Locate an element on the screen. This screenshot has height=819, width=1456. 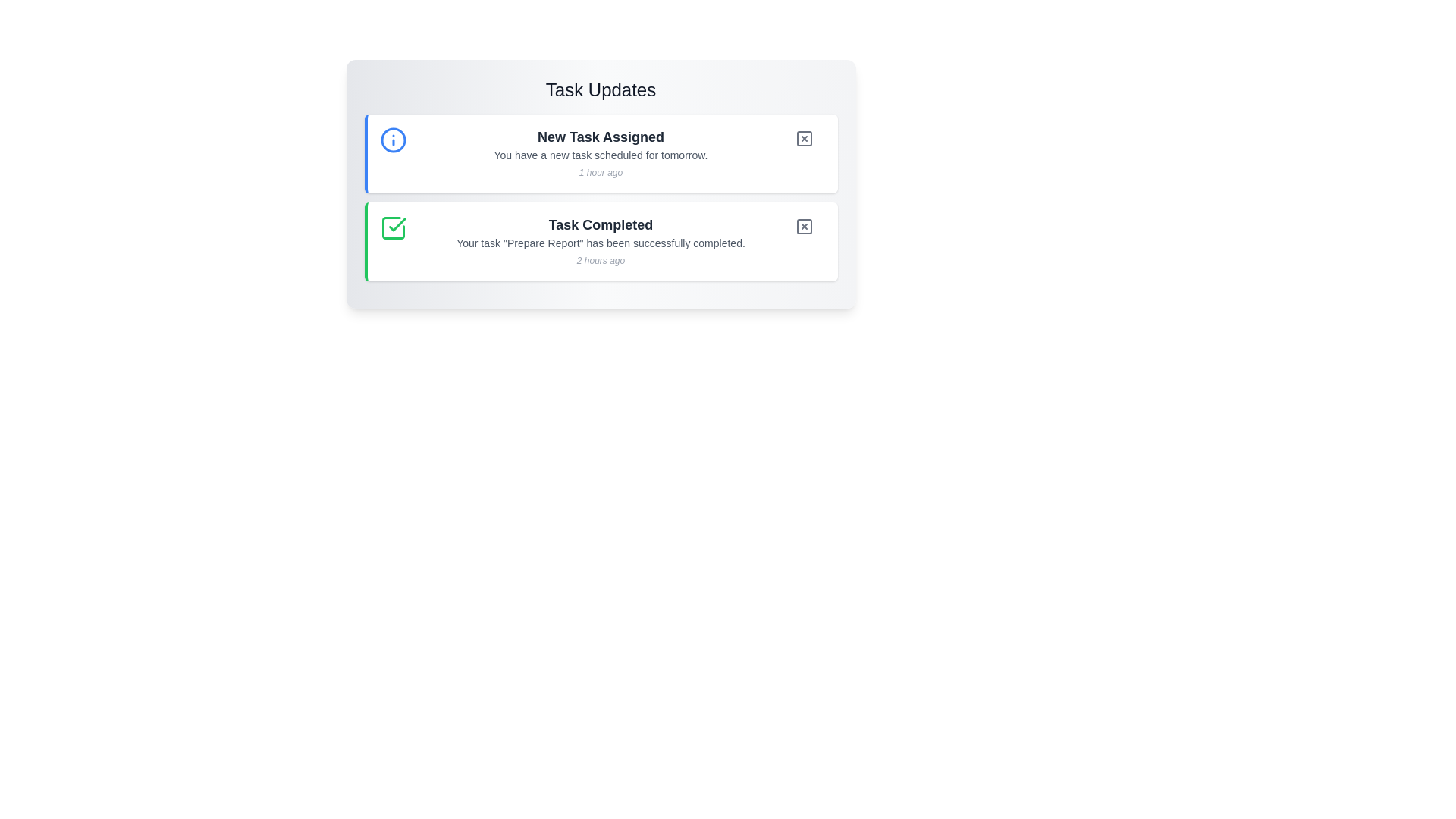
the circular button with a gray 'X' icon located to the far-right of the 'New Task Assigned' notification box is located at coordinates (803, 137).